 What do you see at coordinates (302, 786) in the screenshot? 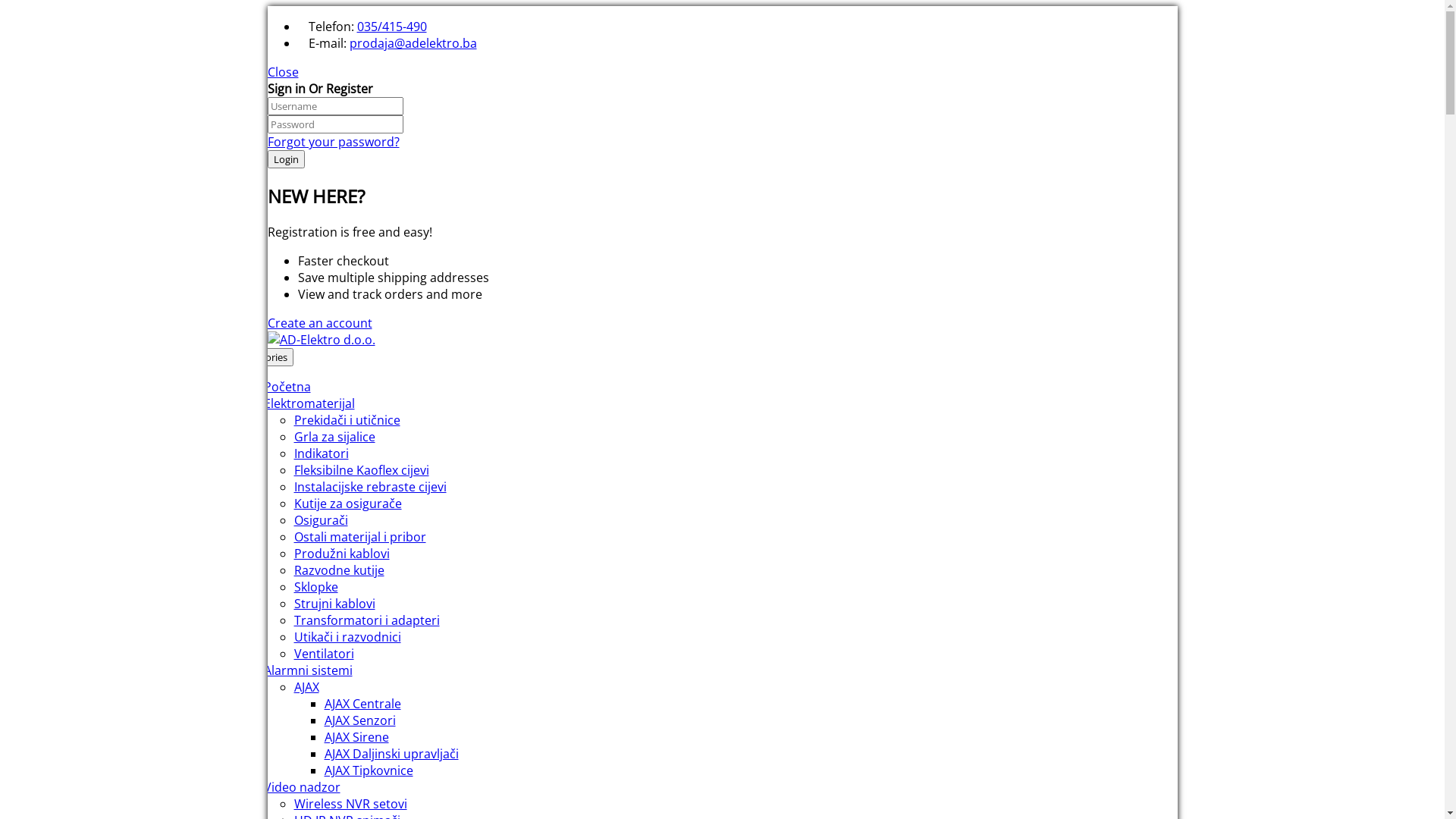
I see `'Video nadzor'` at bounding box center [302, 786].